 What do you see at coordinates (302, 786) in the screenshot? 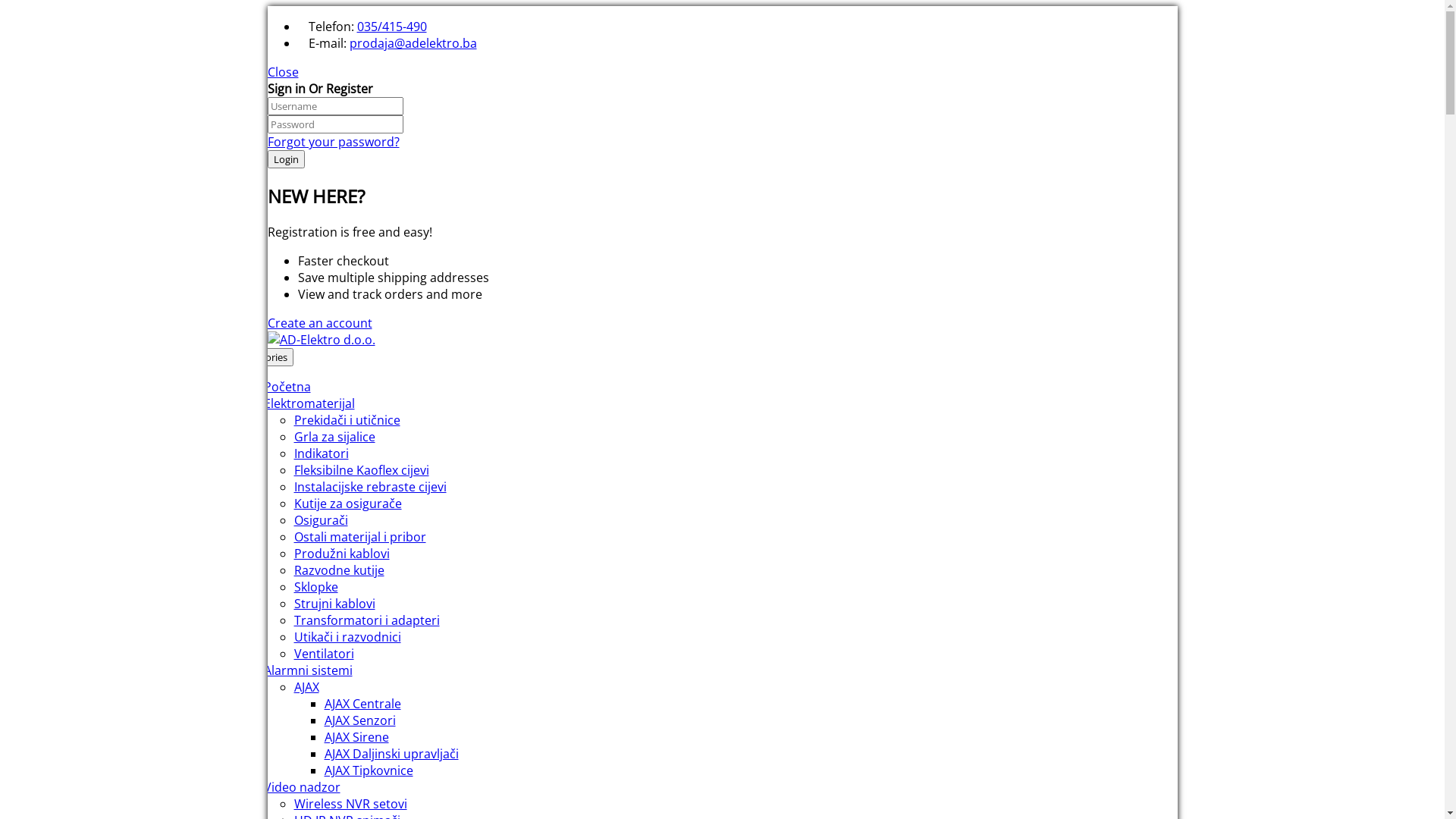
I see `'Video nadzor'` at bounding box center [302, 786].